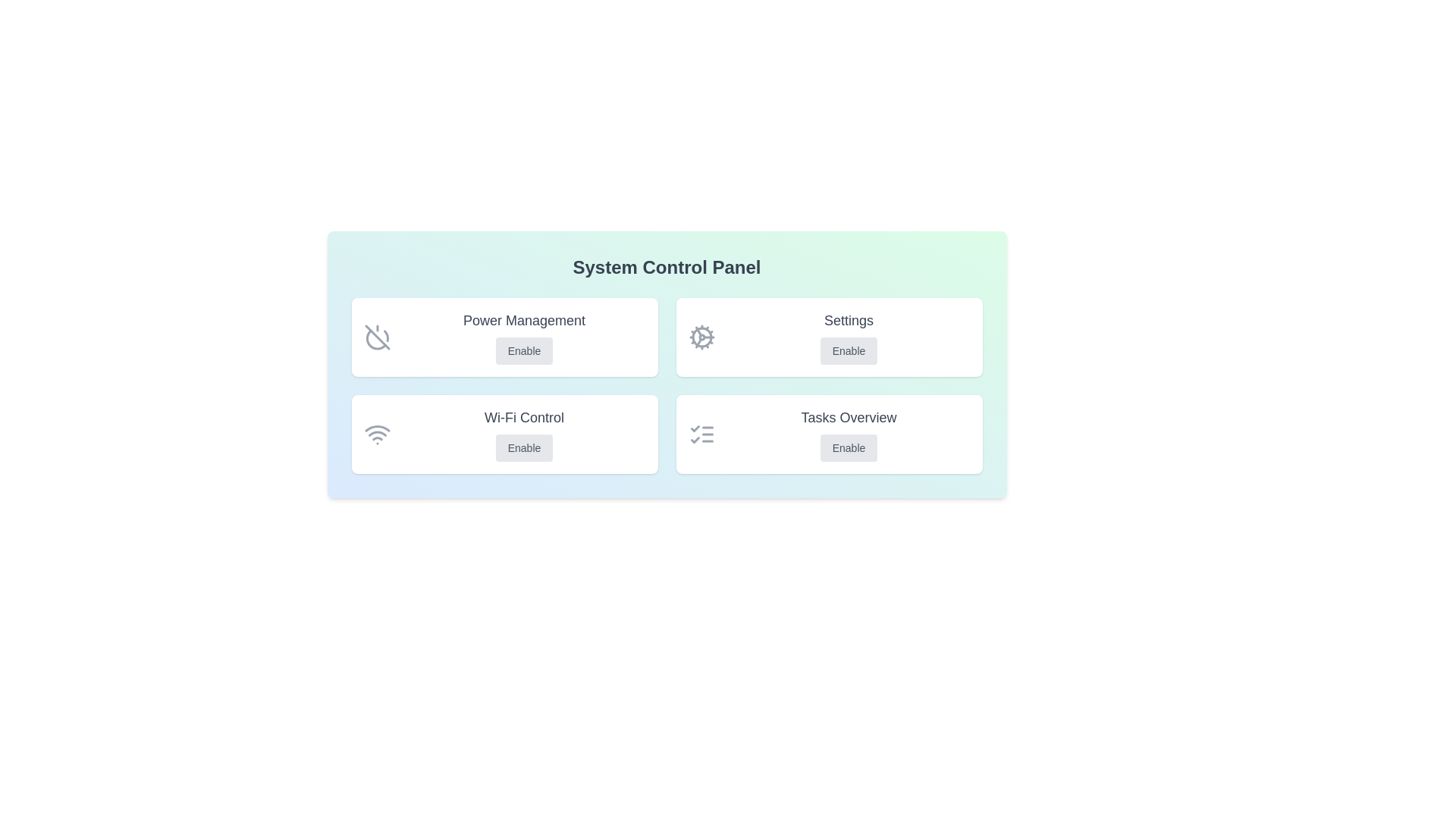  What do you see at coordinates (701, 435) in the screenshot?
I see `the checklist icon located on the left side of the 'Tasks Overview' card, which features two check marks and three horizontal lines, styled in muted gray` at bounding box center [701, 435].